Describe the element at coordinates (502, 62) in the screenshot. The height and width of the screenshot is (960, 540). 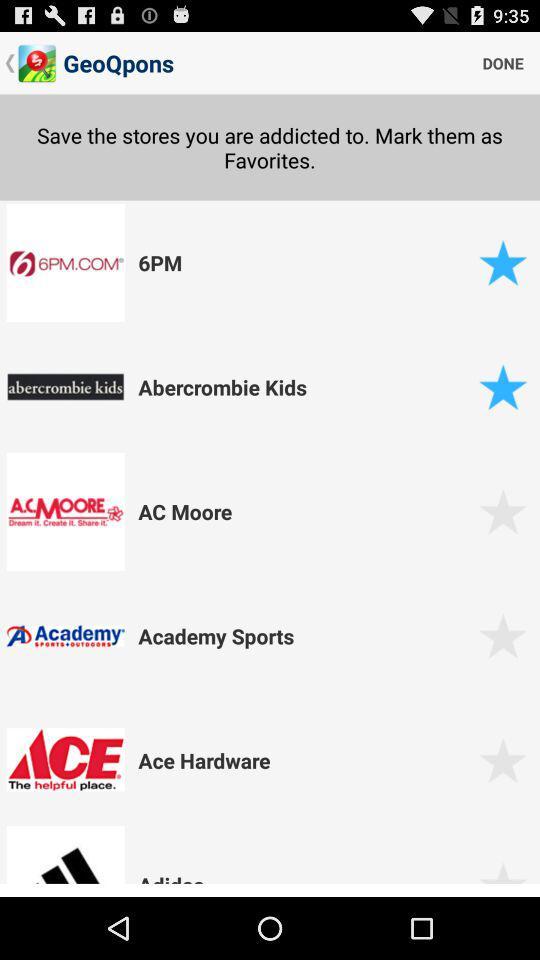
I see `the item to the right of the geoqpons item` at that location.